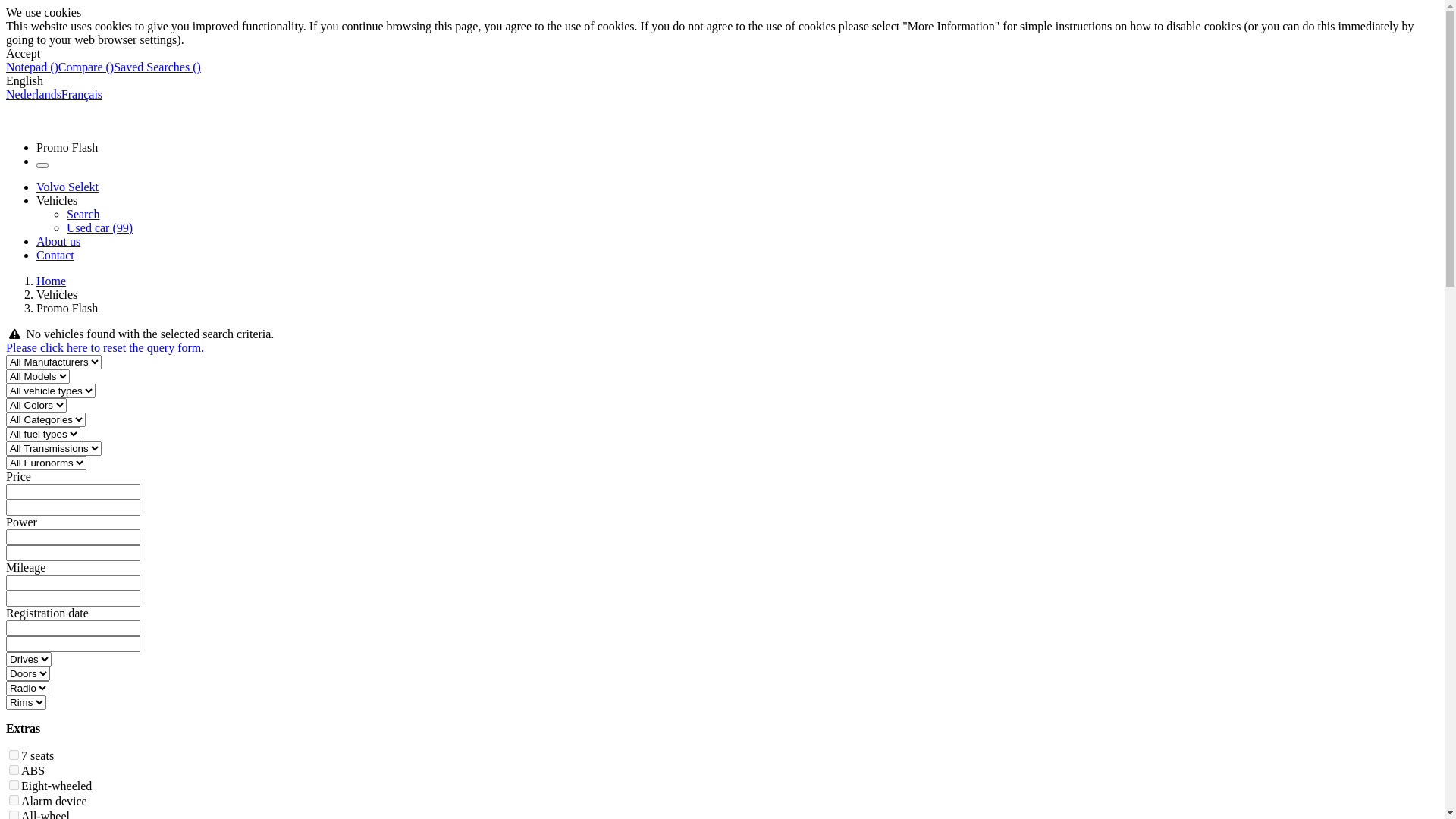 This screenshot has width=1456, height=819. What do you see at coordinates (33, 94) in the screenshot?
I see `'Nederlands'` at bounding box center [33, 94].